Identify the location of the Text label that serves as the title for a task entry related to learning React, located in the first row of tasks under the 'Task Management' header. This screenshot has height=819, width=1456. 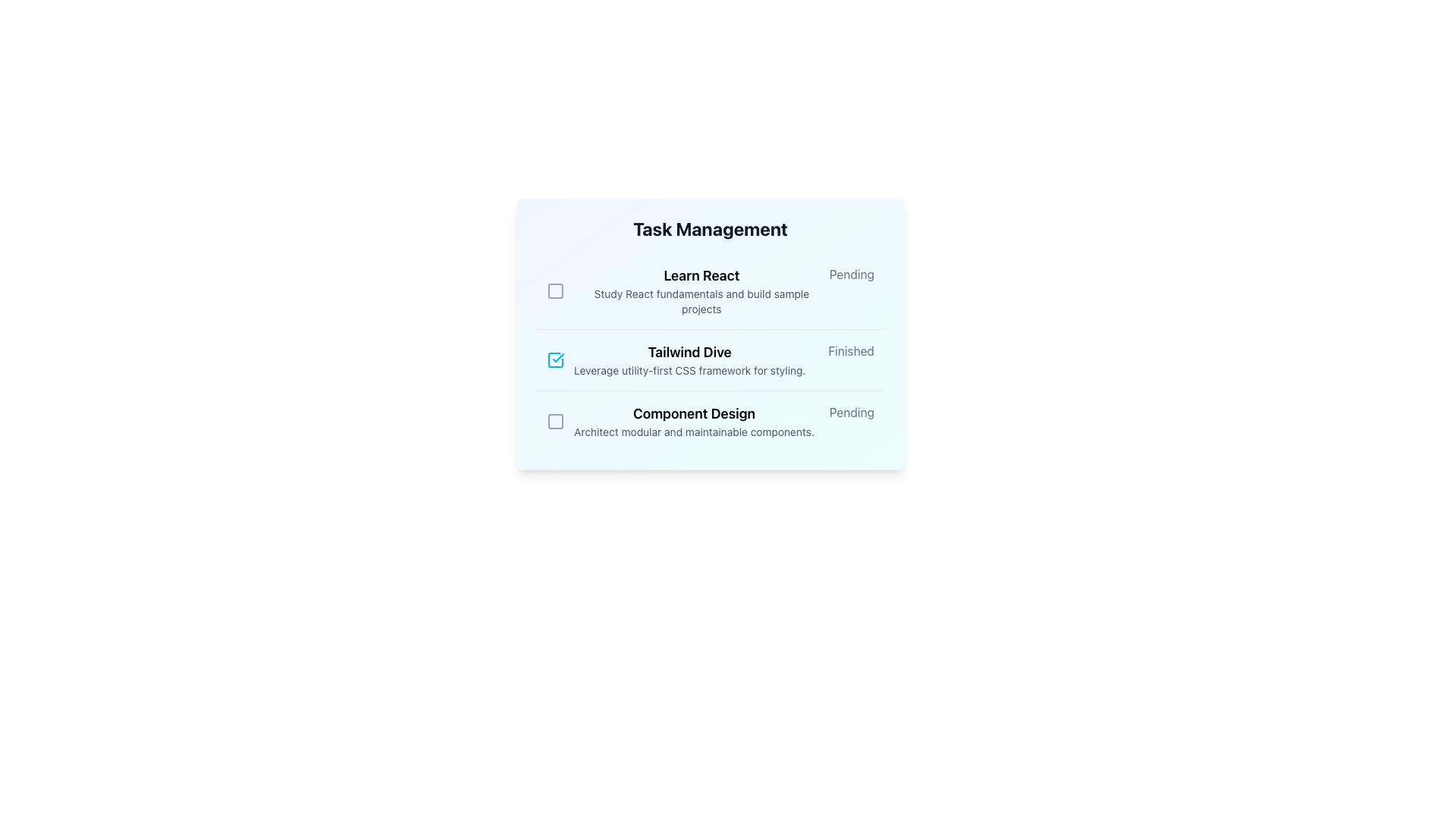
(701, 275).